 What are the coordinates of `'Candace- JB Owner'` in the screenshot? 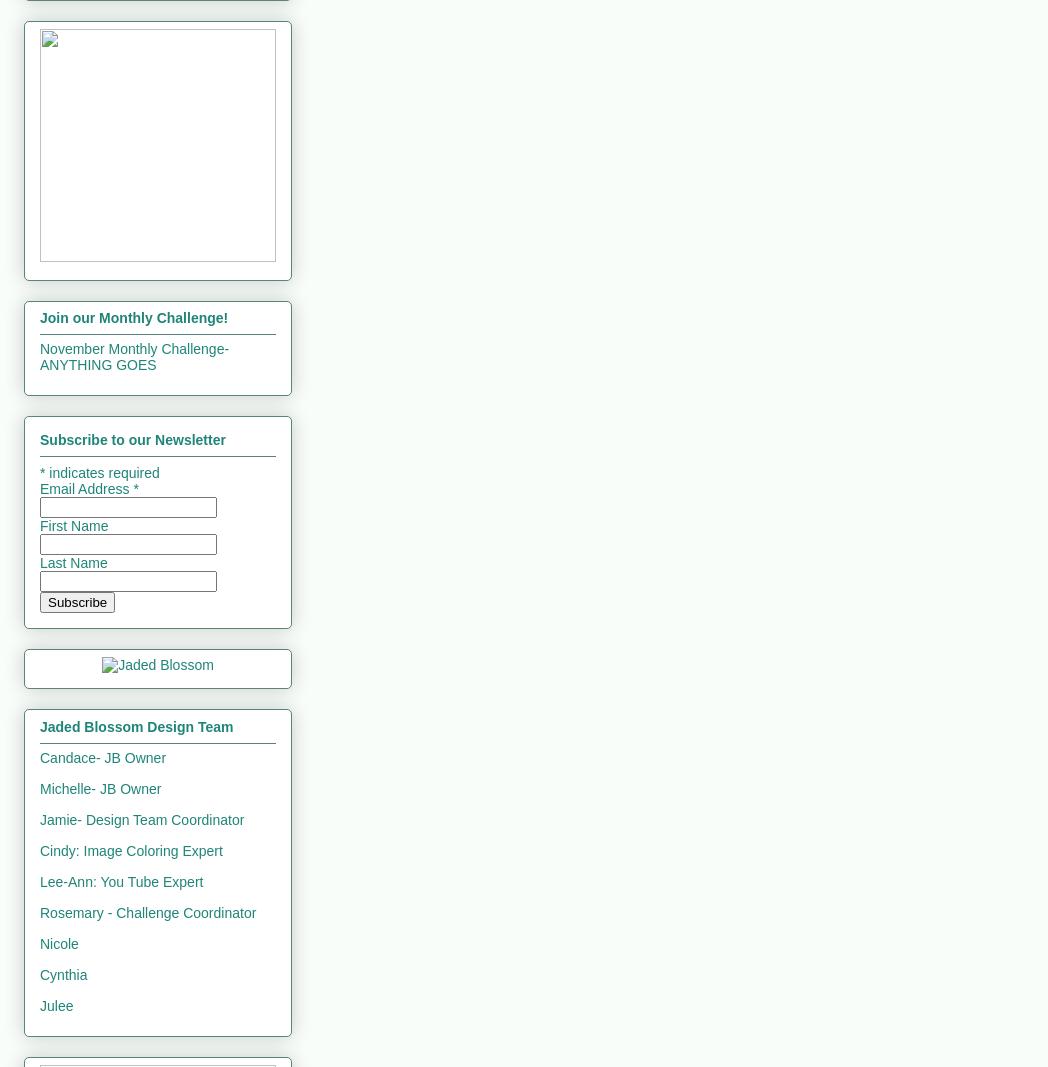 It's located at (102, 756).